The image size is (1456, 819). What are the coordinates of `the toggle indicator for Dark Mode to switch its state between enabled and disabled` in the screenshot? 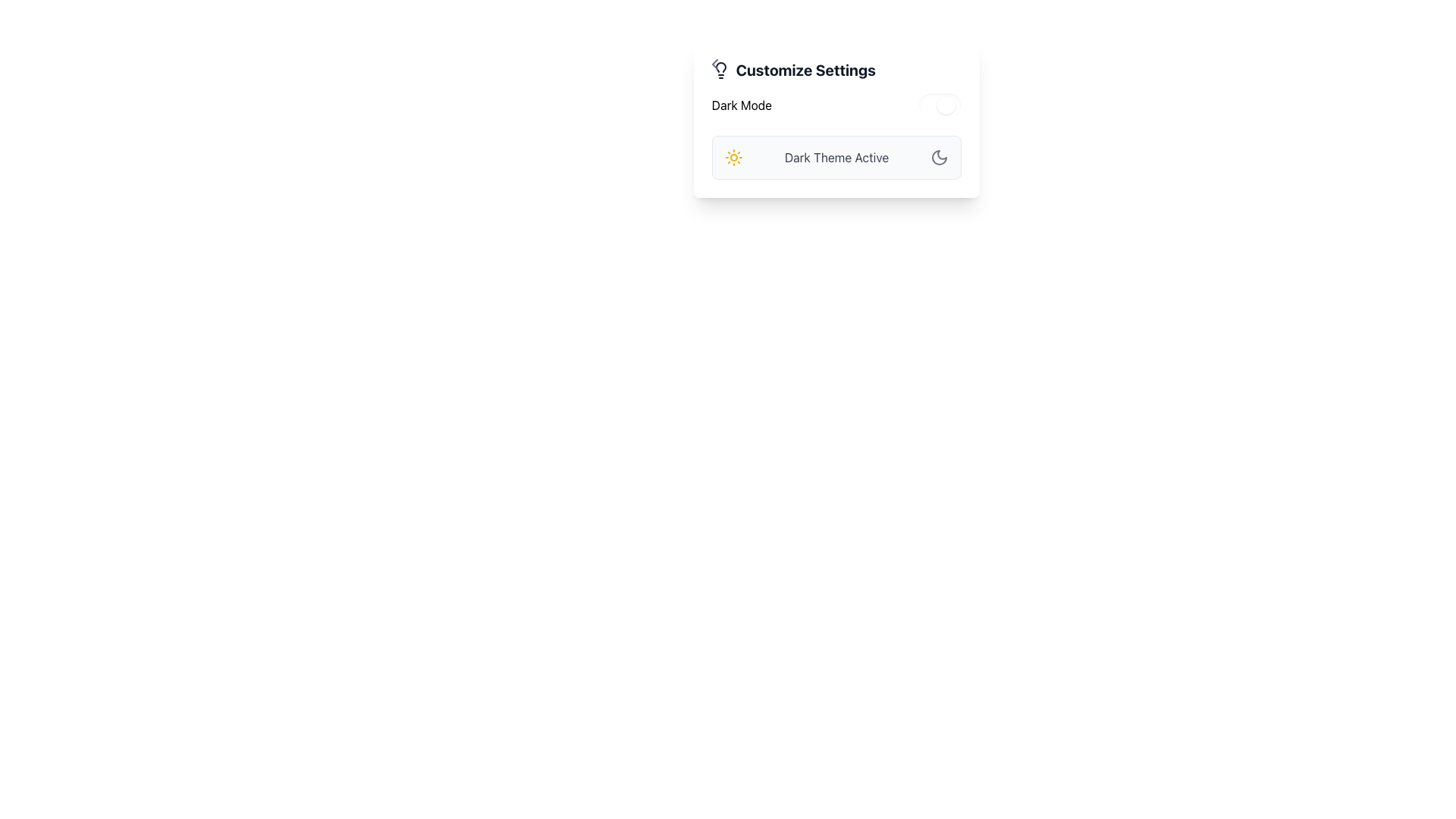 It's located at (946, 104).